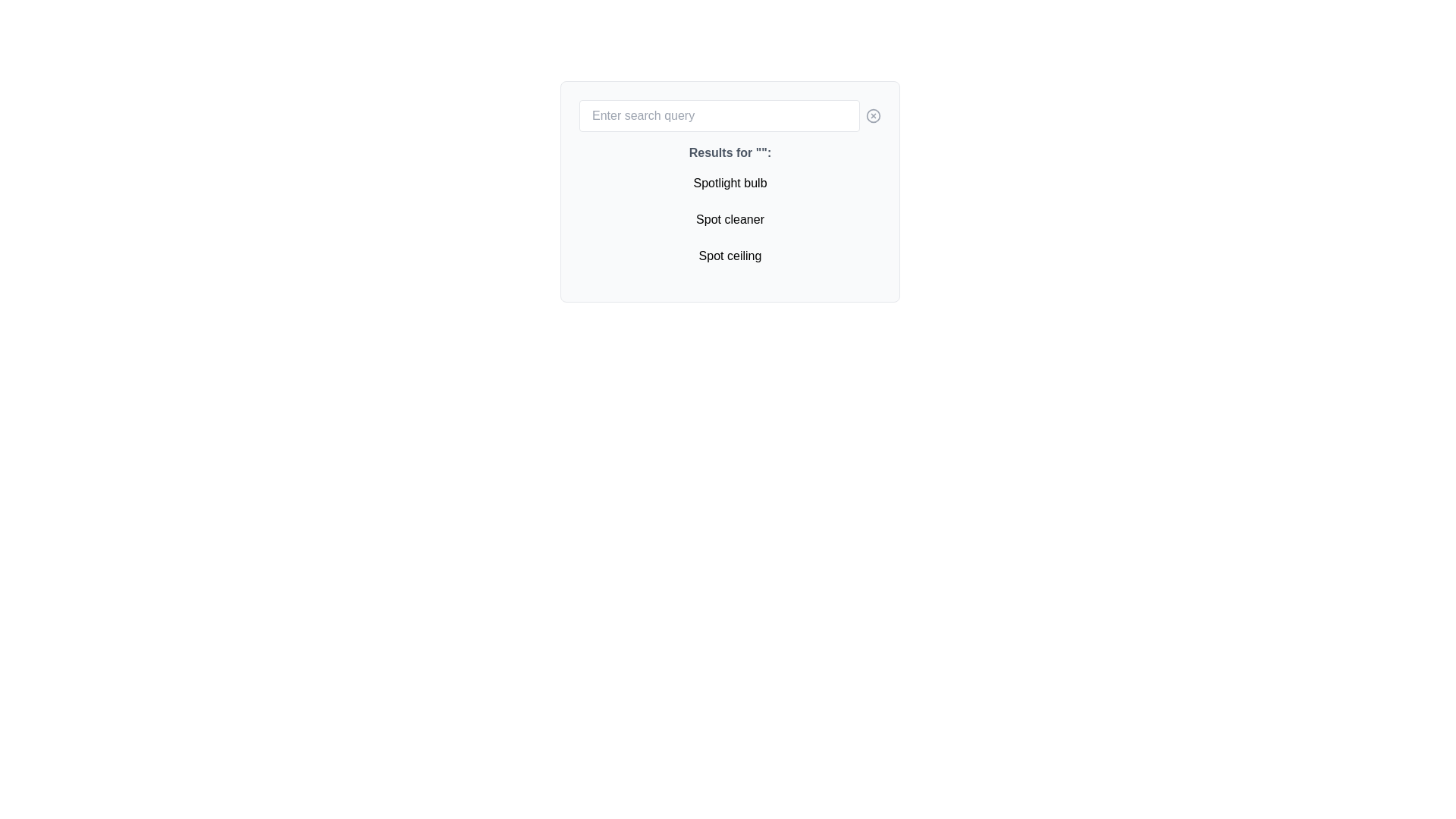 The width and height of the screenshot is (1456, 819). Describe the element at coordinates (699, 219) in the screenshot. I see `the letter 'S' in the text 'Spot cleaner', which is the first character of the second visible search result in the vertically laid-out list of search results` at that location.